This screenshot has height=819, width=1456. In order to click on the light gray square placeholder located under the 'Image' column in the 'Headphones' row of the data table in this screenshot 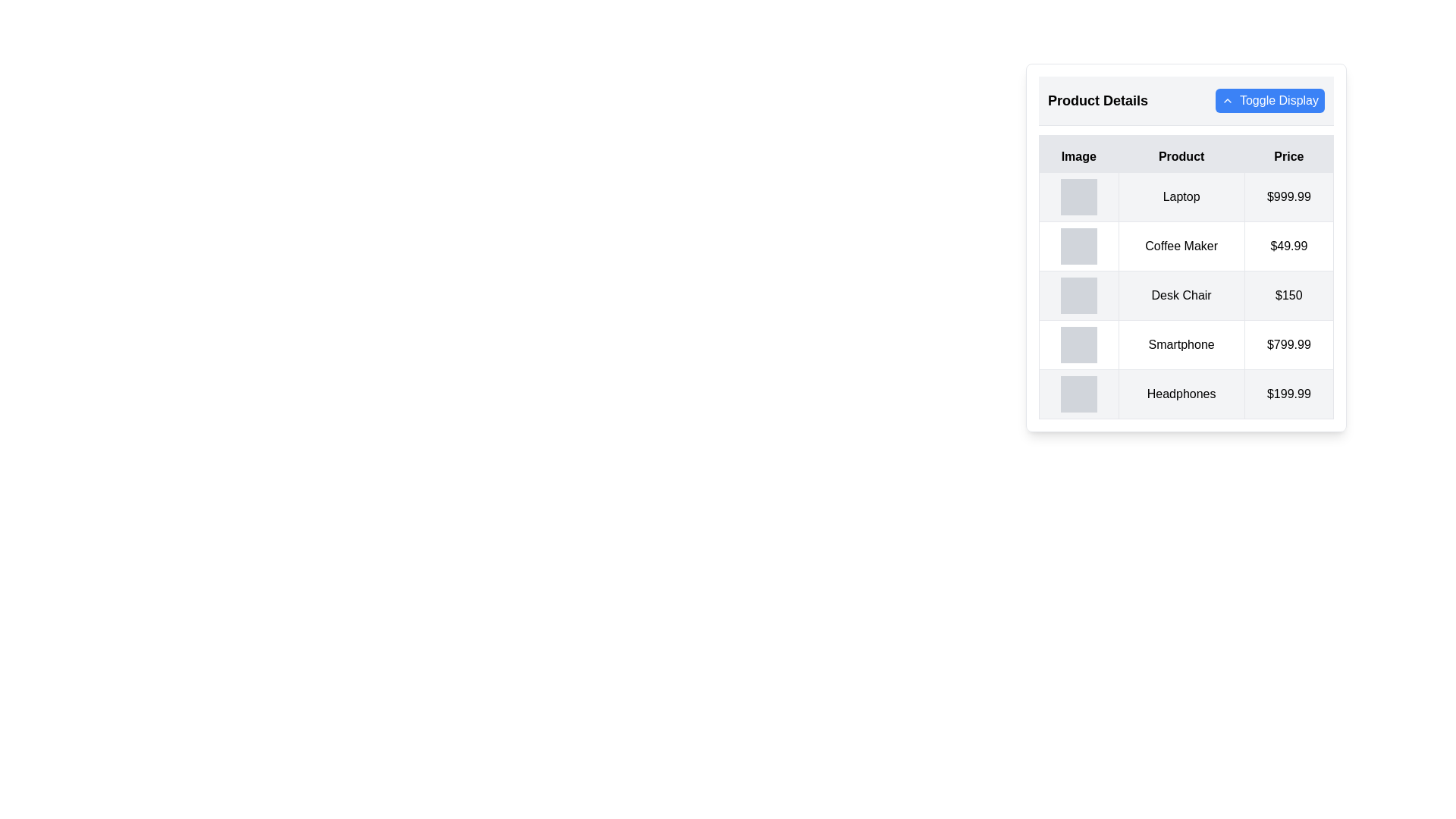, I will do `click(1078, 394)`.